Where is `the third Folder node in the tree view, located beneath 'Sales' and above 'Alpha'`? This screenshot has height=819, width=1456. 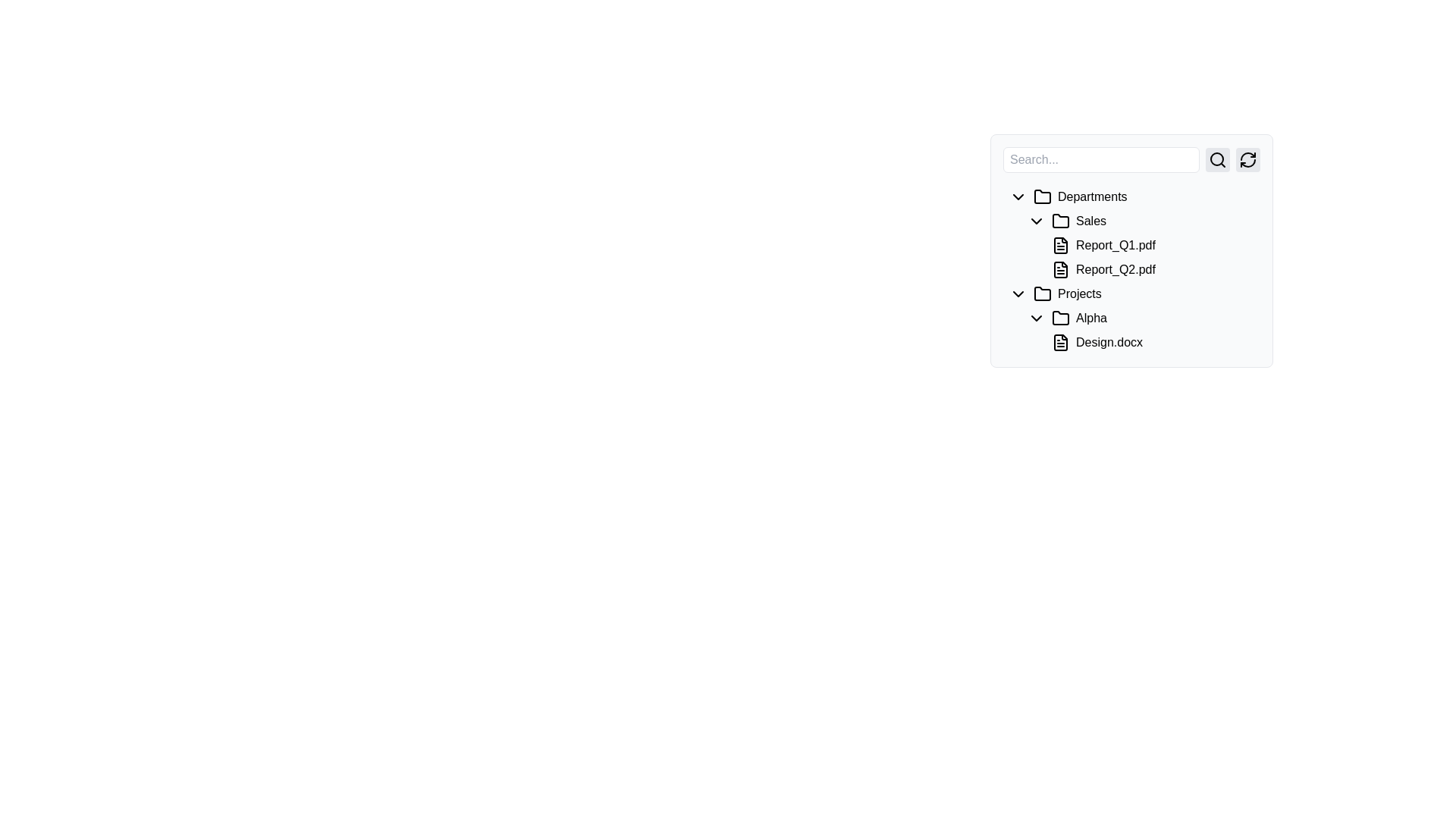 the third Folder node in the tree view, located beneath 'Sales' and above 'Alpha' is located at coordinates (1131, 294).